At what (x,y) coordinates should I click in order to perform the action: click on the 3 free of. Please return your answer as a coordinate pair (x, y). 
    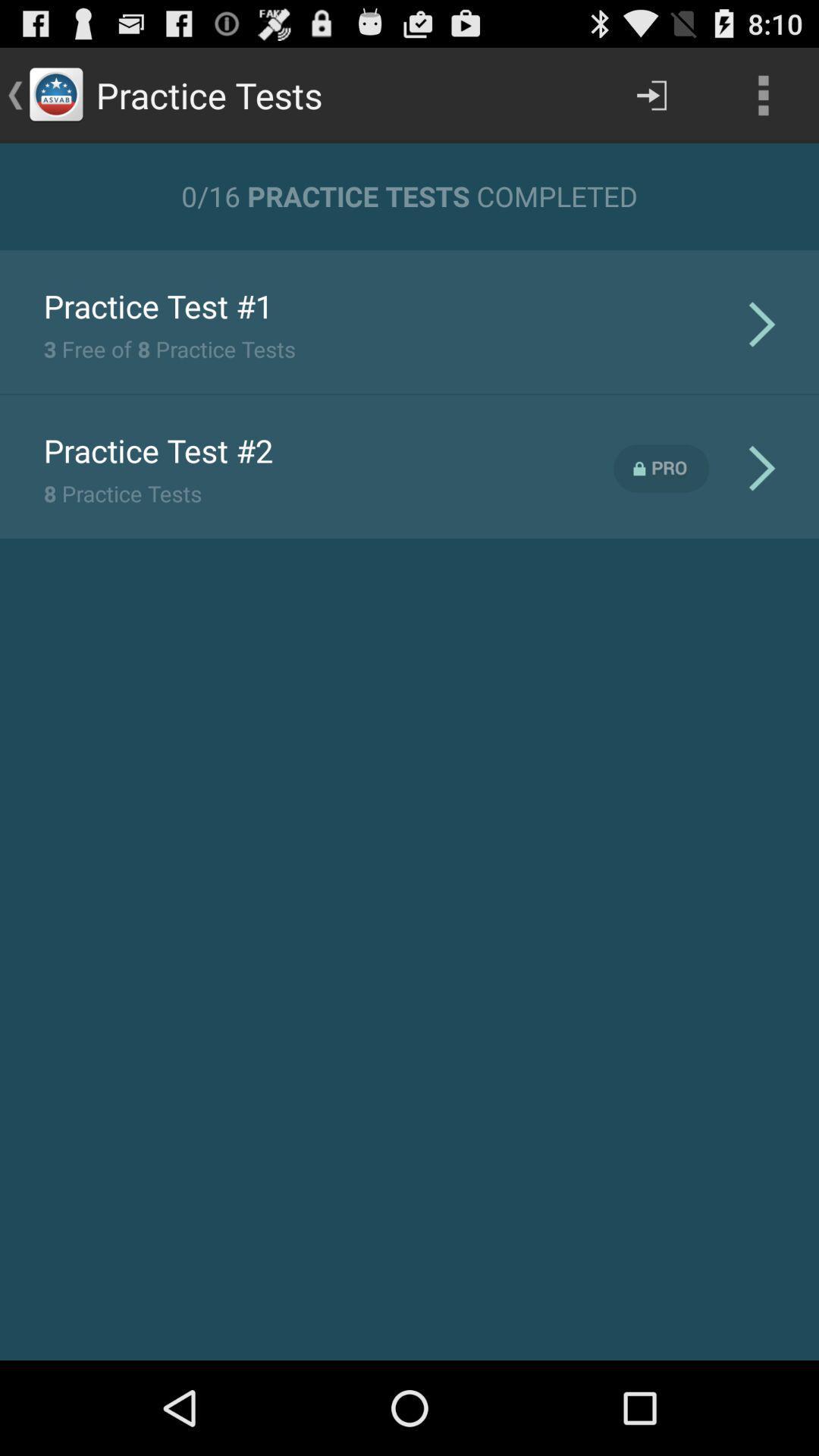
    Looking at the image, I should click on (169, 348).